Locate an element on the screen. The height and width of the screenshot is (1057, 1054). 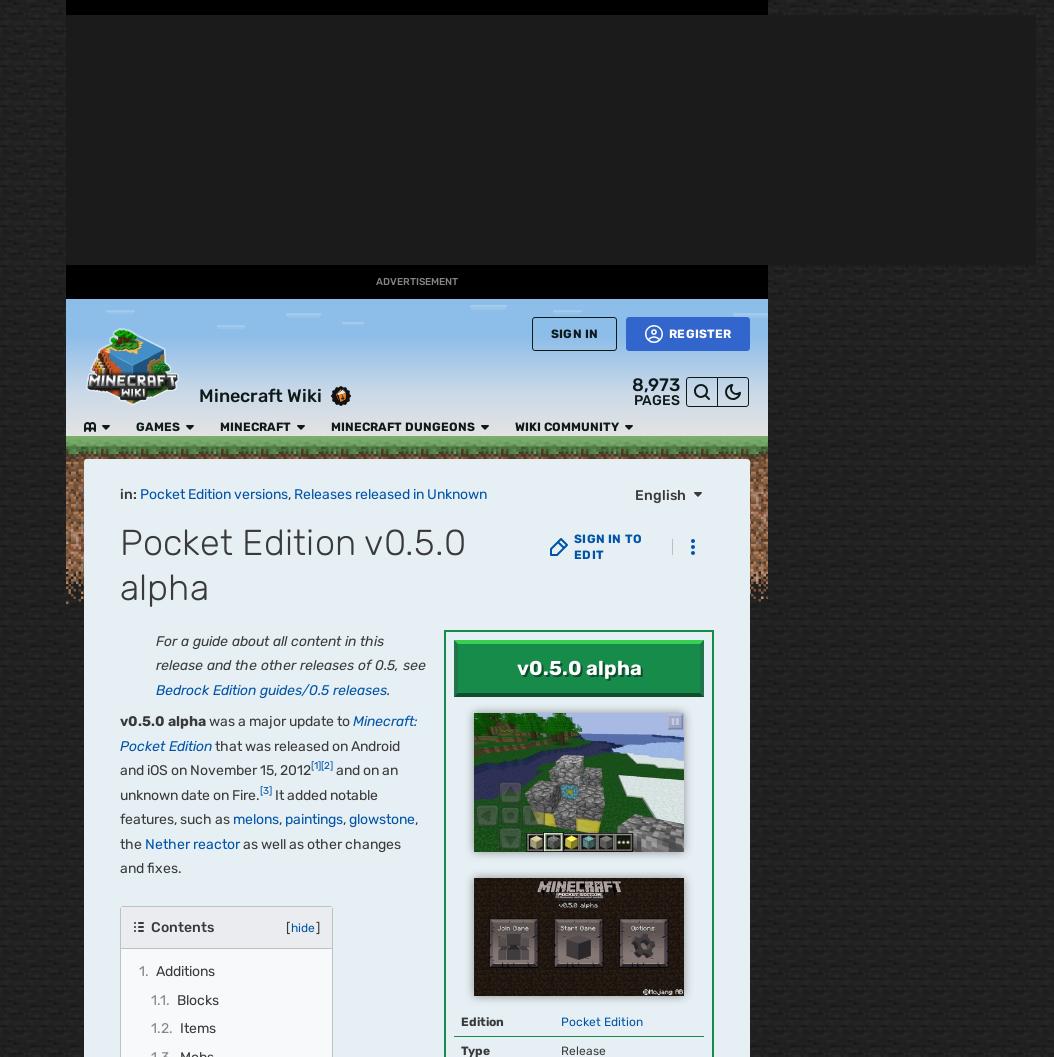
'Community content is available under' is located at coordinates (239, 79).